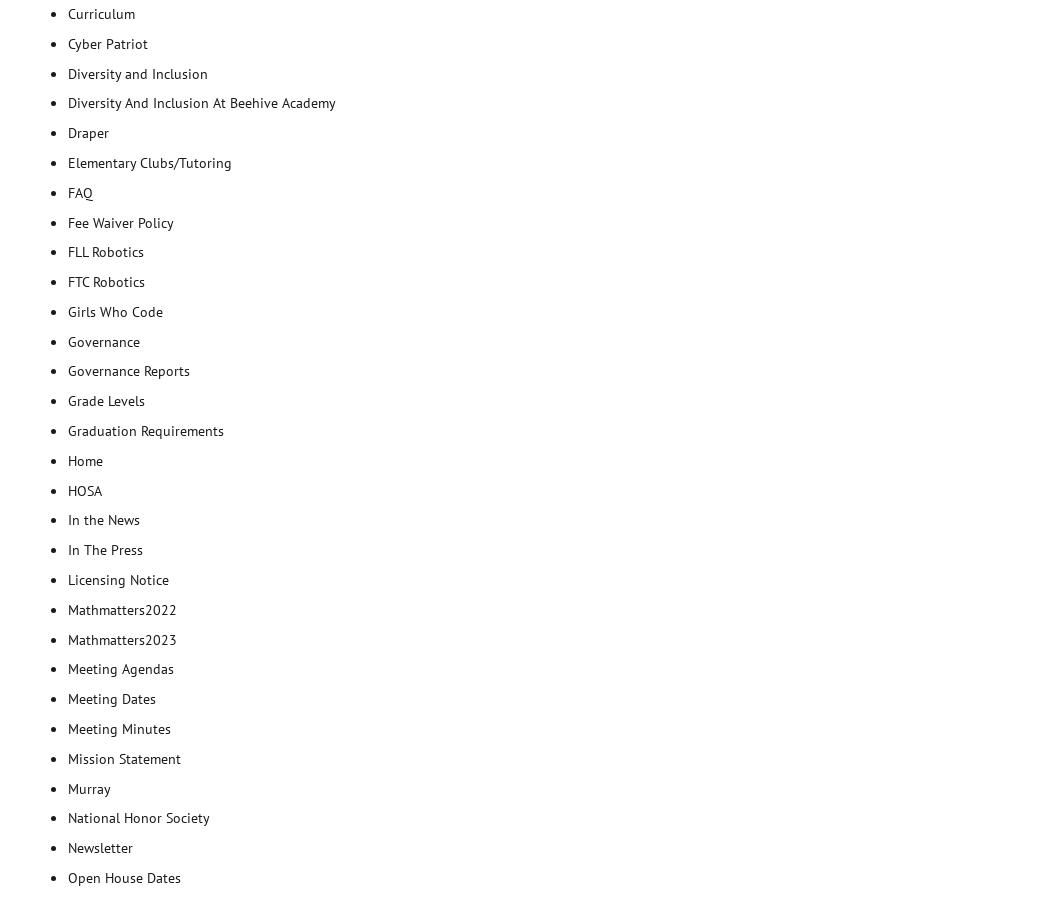 This screenshot has height=901, width=1050. I want to click on 'Draper', so click(67, 132).